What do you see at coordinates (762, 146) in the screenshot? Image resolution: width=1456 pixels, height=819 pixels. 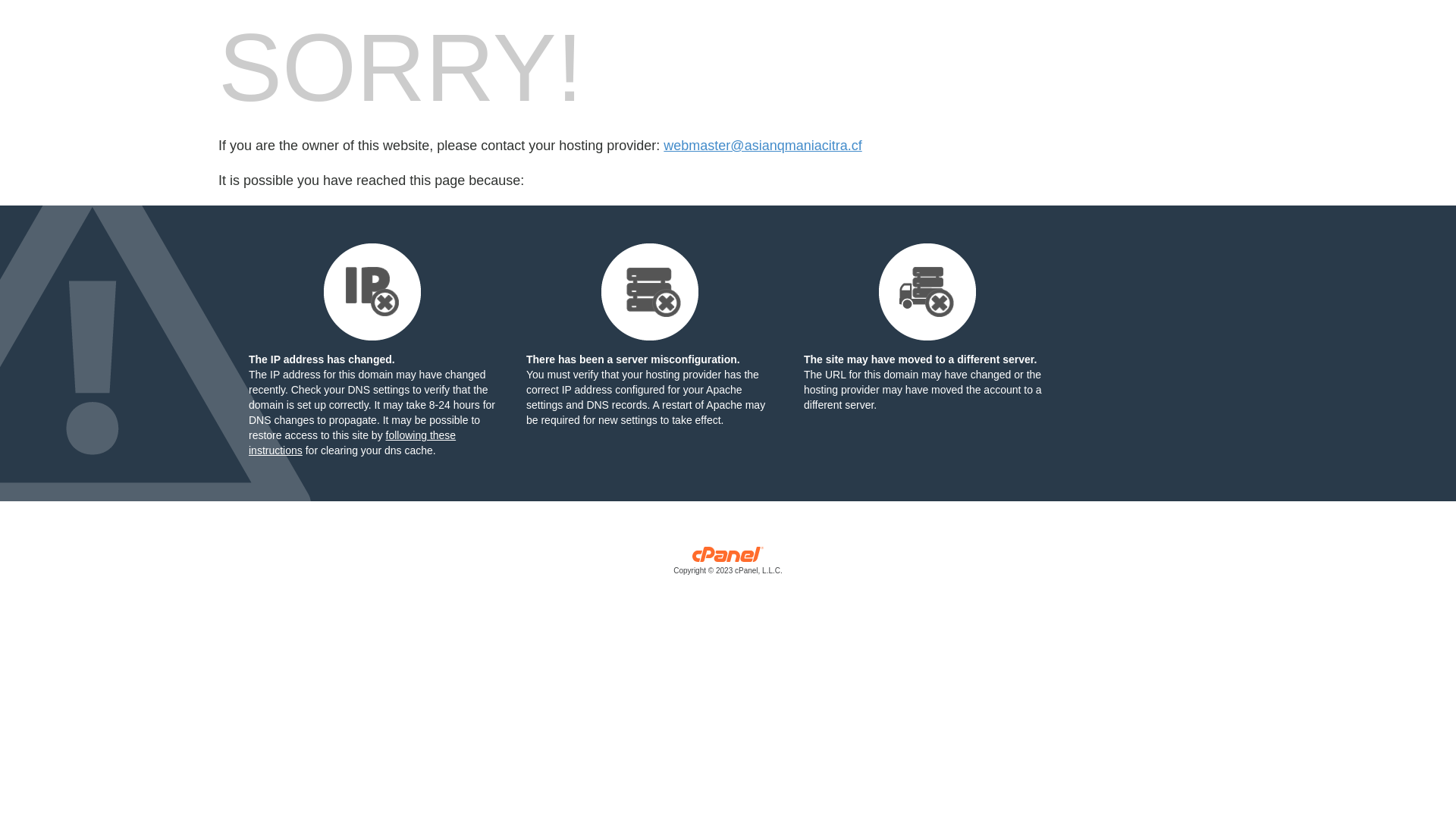 I see `'webmaster@asianqmaniacitra.cf'` at bounding box center [762, 146].